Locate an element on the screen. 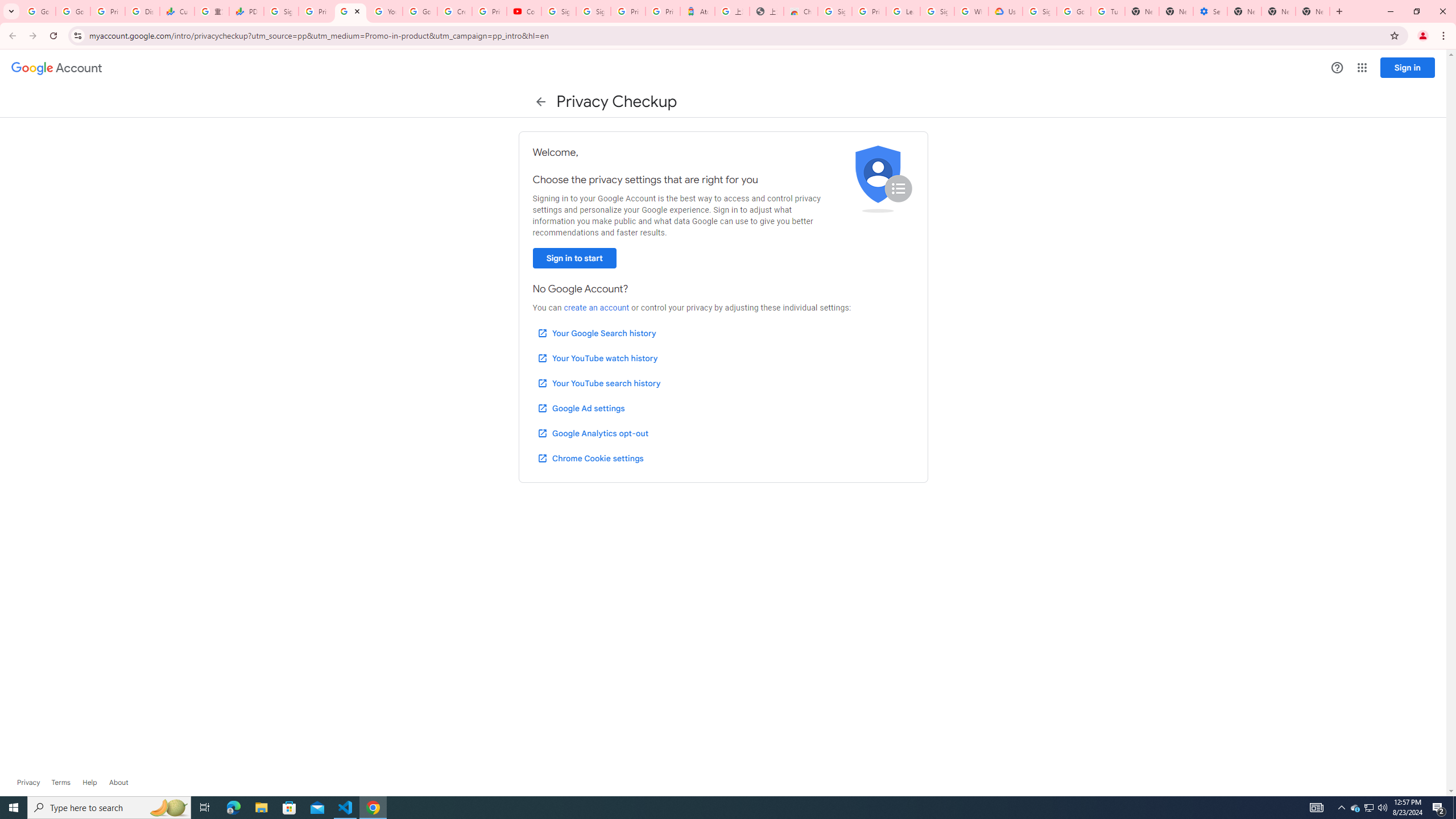 Image resolution: width=1456 pixels, height=819 pixels. 'Sign in - Google Accounts' is located at coordinates (593, 11).